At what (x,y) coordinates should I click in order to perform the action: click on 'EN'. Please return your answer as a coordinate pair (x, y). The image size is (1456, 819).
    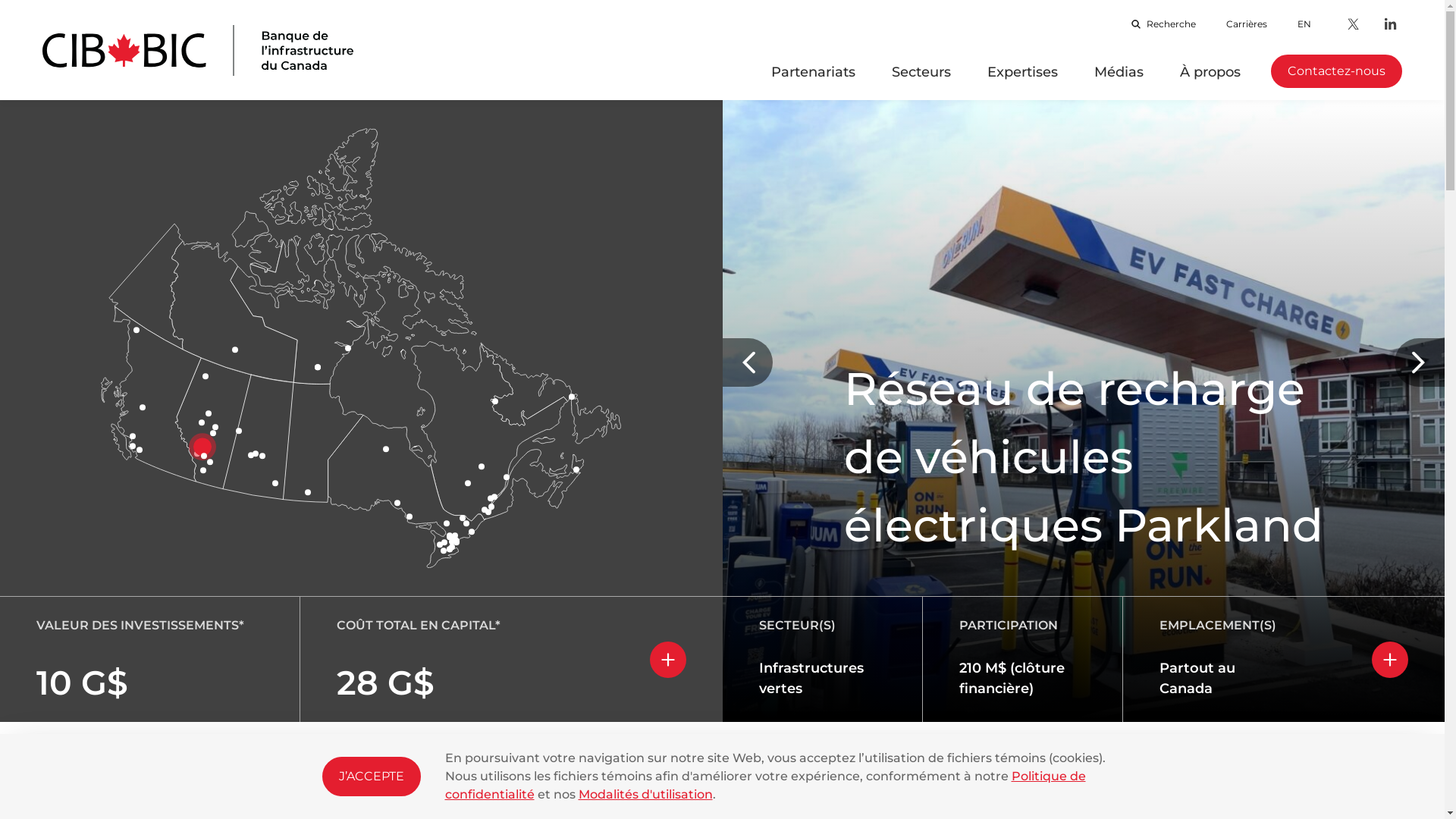
    Looking at the image, I should click on (1303, 24).